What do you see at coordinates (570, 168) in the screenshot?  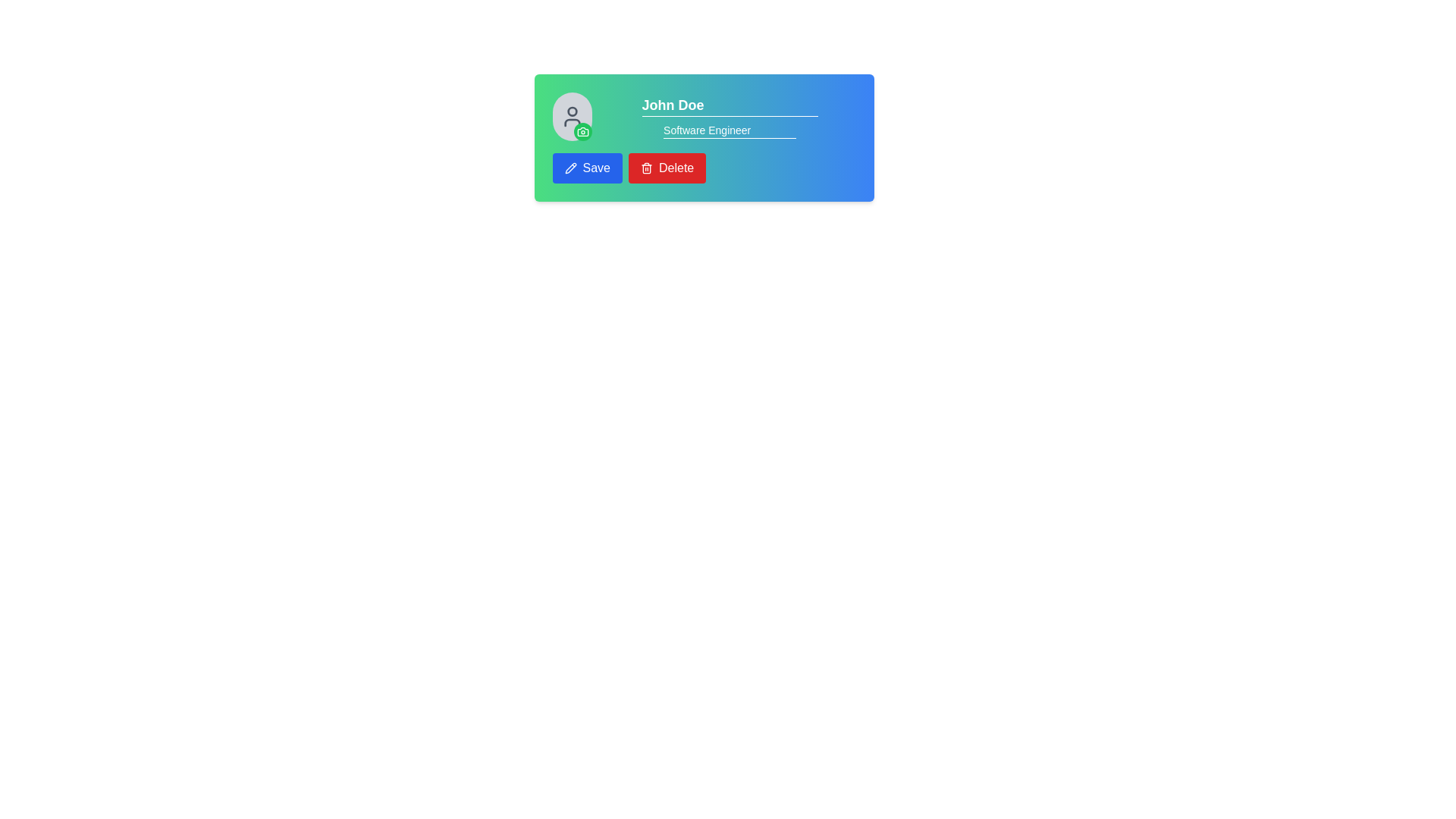 I see `the pencil icon within the 'Save' button located at the bottom-left area of the card interface` at bounding box center [570, 168].